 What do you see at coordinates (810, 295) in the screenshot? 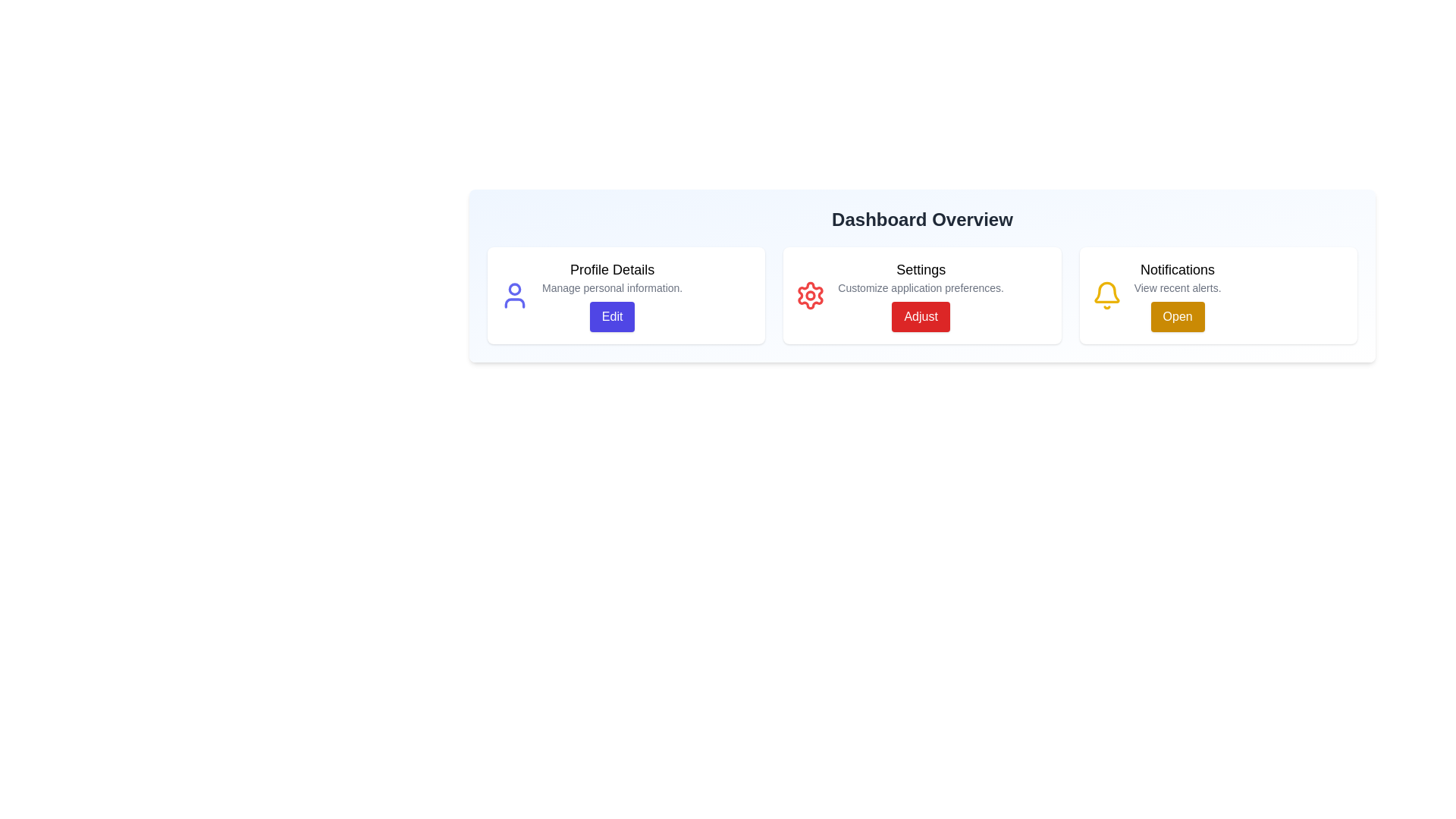
I see `the decorative SVG graphic (circle within the cogwheel icon) located in the center of the 'Settings' card on the dashboard` at bounding box center [810, 295].